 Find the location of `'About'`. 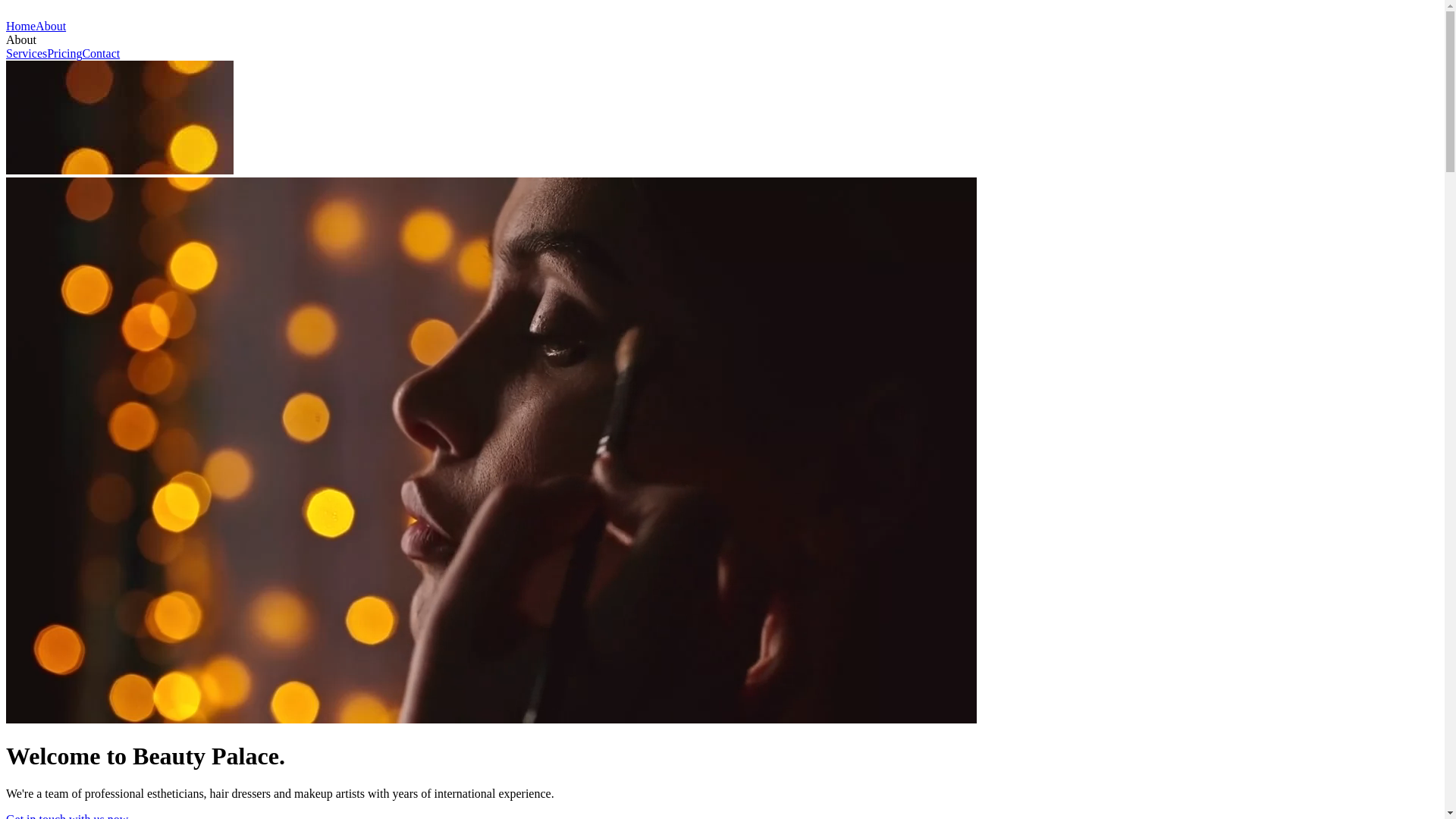

'About' is located at coordinates (51, 26).